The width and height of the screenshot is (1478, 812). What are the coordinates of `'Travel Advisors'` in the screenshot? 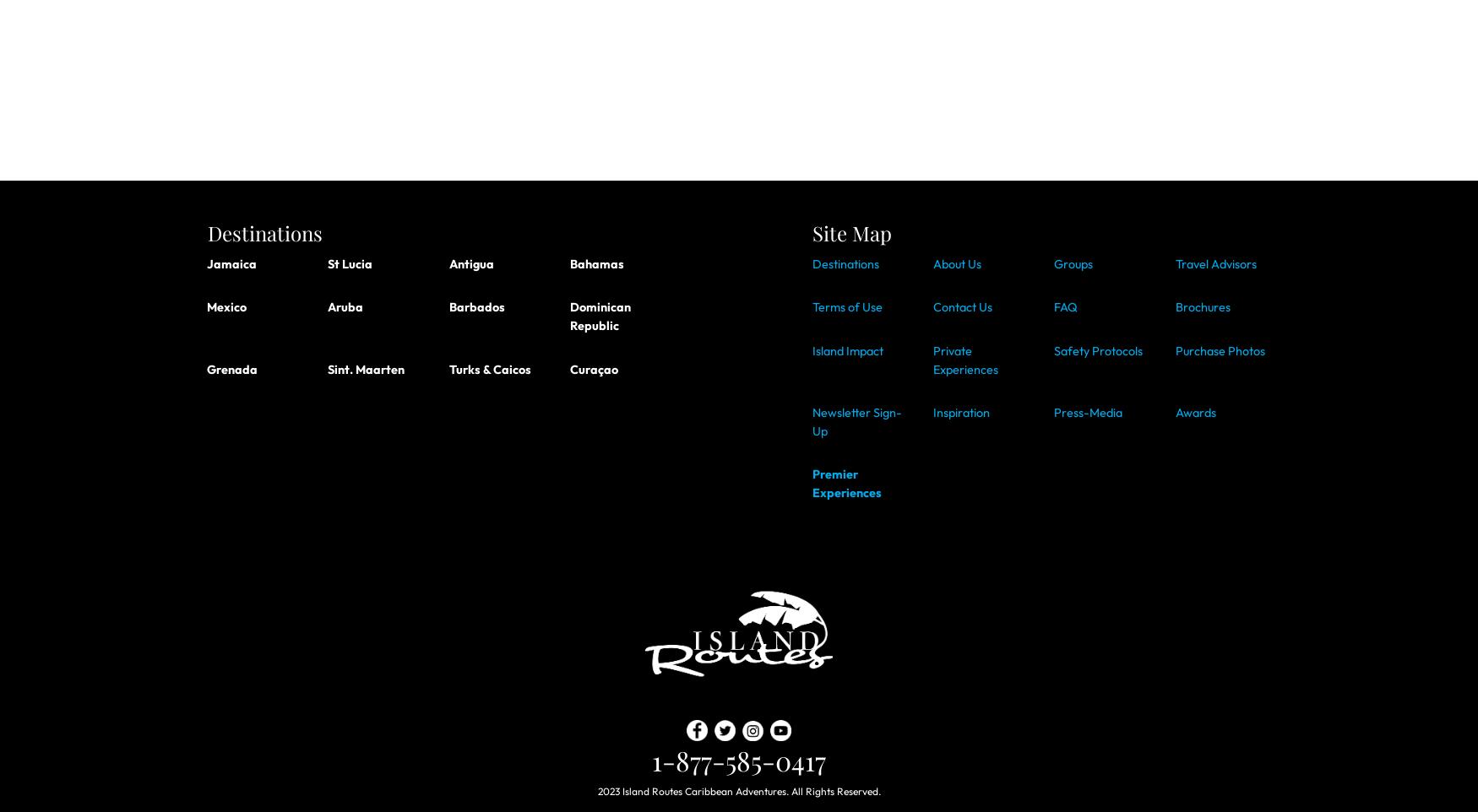 It's located at (1215, 262).